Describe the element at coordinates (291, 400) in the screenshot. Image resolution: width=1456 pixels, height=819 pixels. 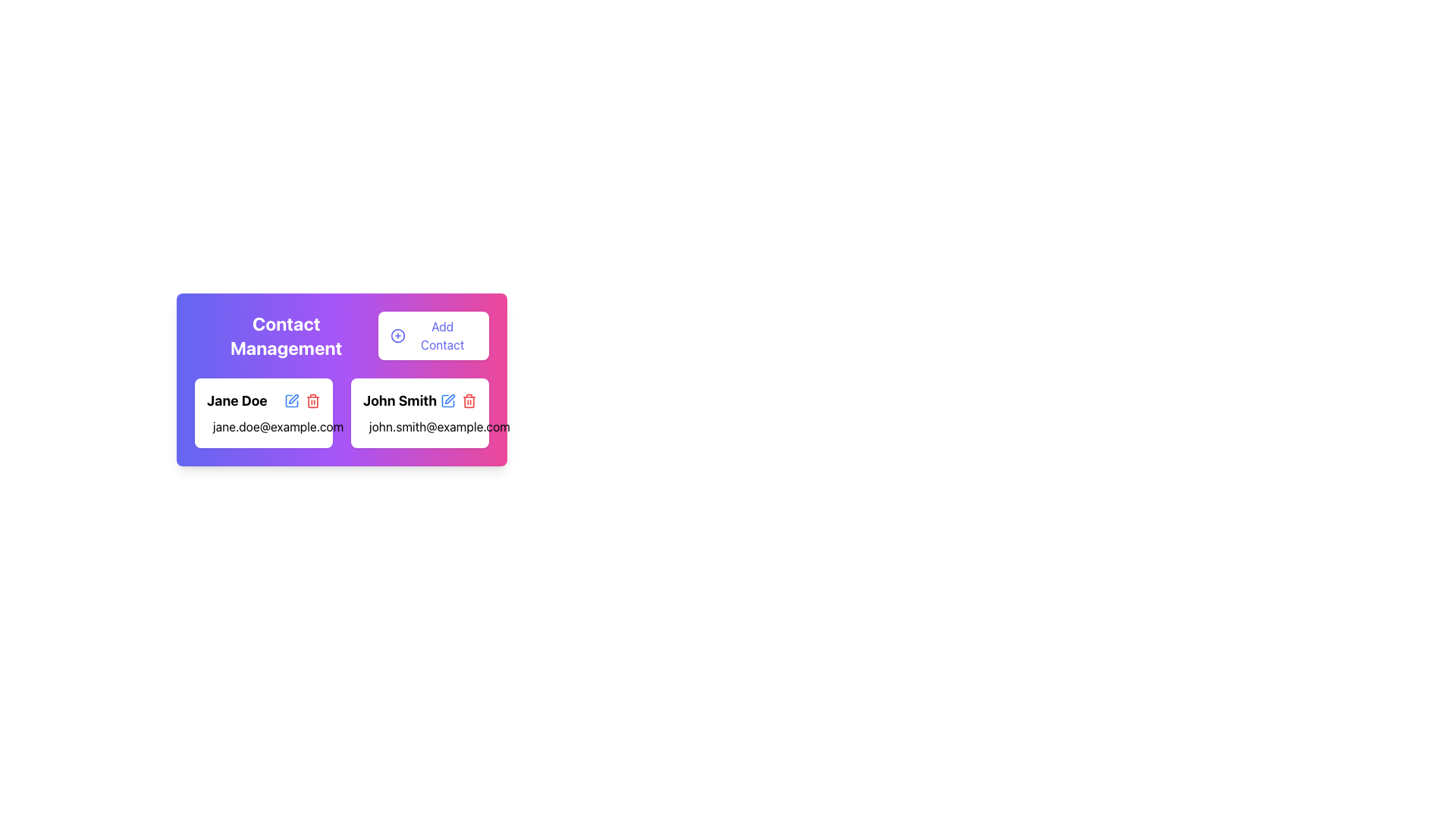
I see `the edit button located to the right of 'Jane Doe' in the contact card under 'Contact Management' to initiate the edit operation` at that location.